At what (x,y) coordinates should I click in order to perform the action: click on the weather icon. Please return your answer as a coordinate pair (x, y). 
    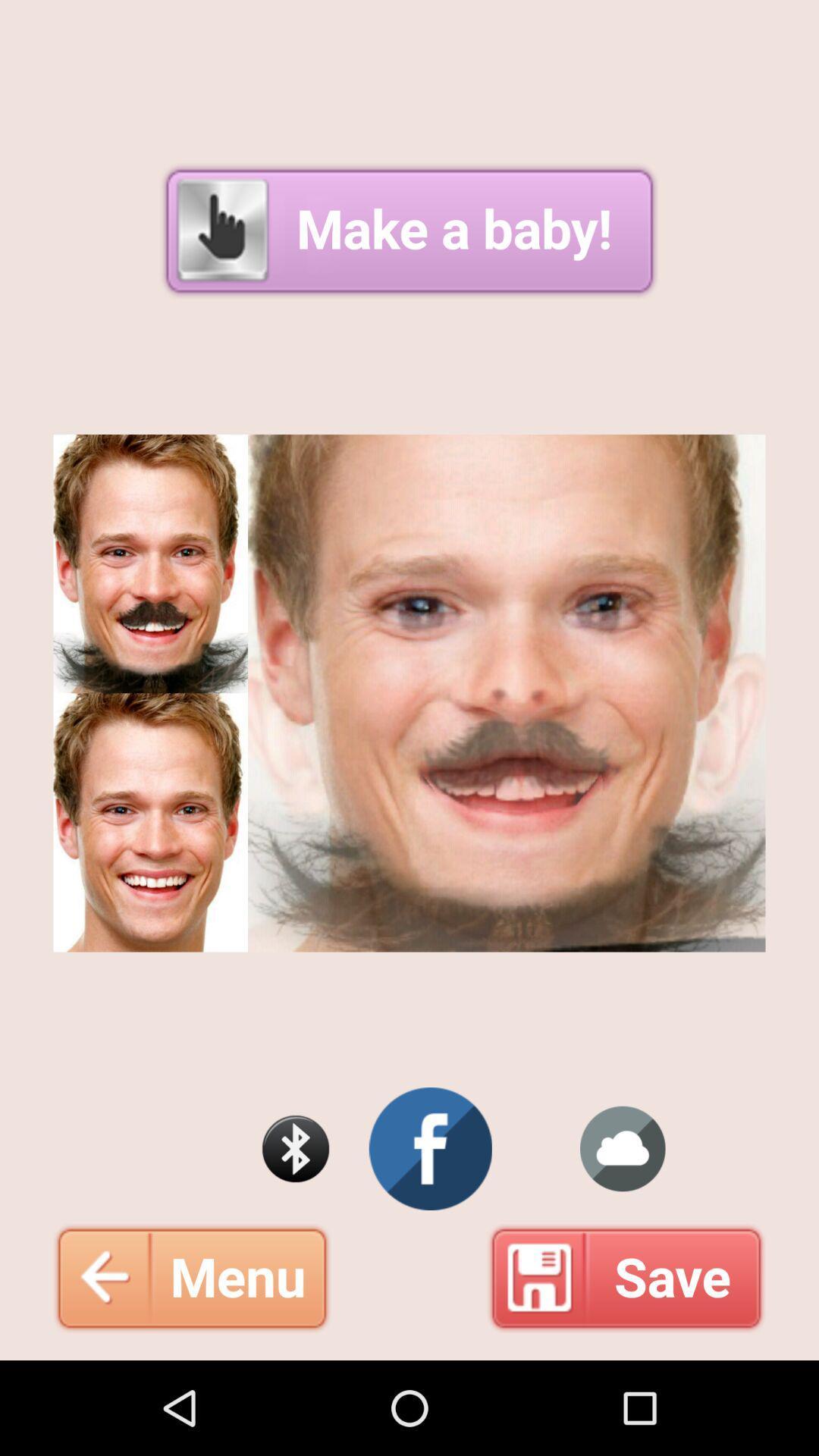
    Looking at the image, I should click on (623, 1229).